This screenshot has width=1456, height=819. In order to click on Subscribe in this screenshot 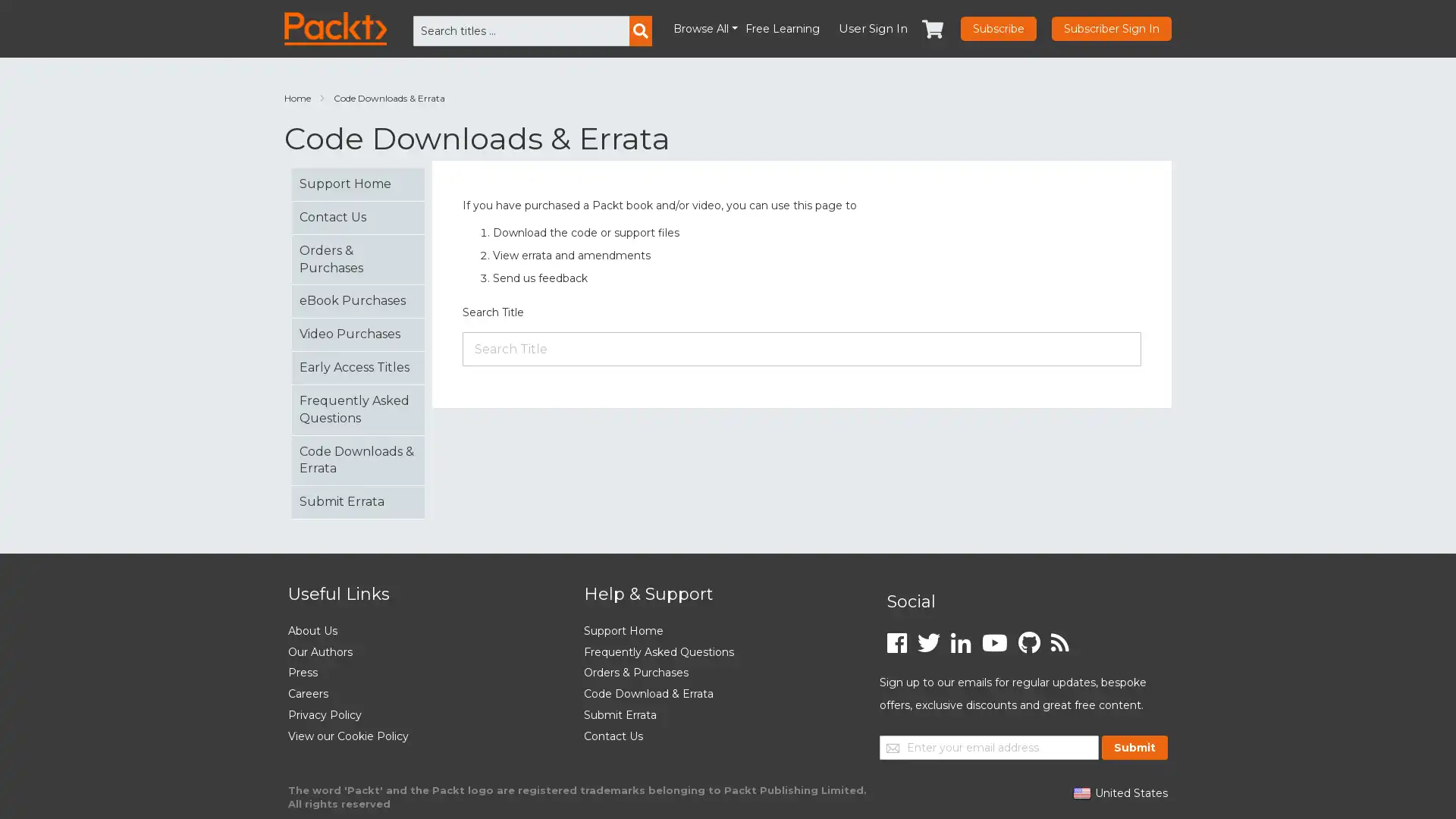, I will do `click(998, 29)`.